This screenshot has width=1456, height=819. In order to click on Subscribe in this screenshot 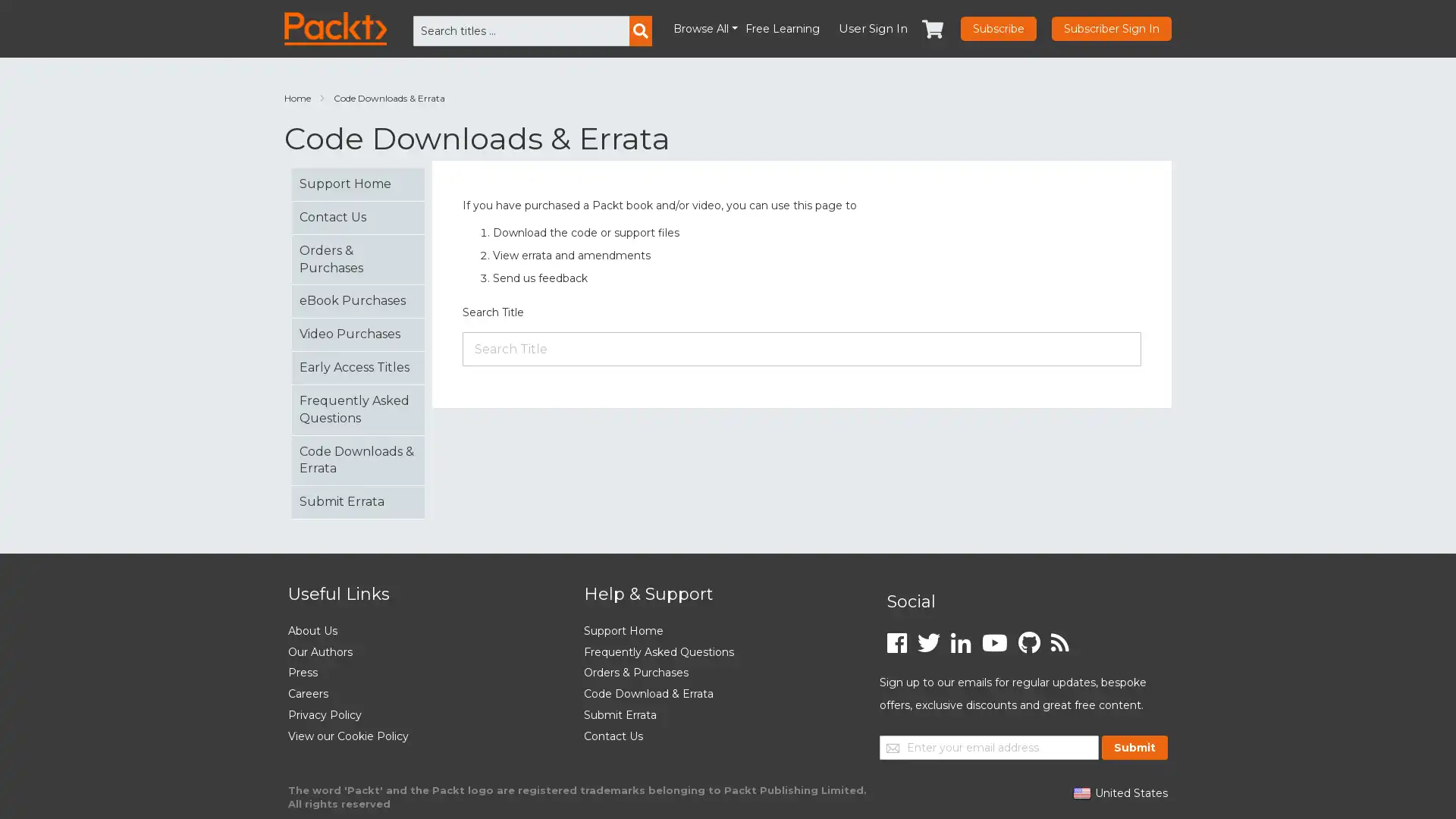, I will do `click(998, 29)`.